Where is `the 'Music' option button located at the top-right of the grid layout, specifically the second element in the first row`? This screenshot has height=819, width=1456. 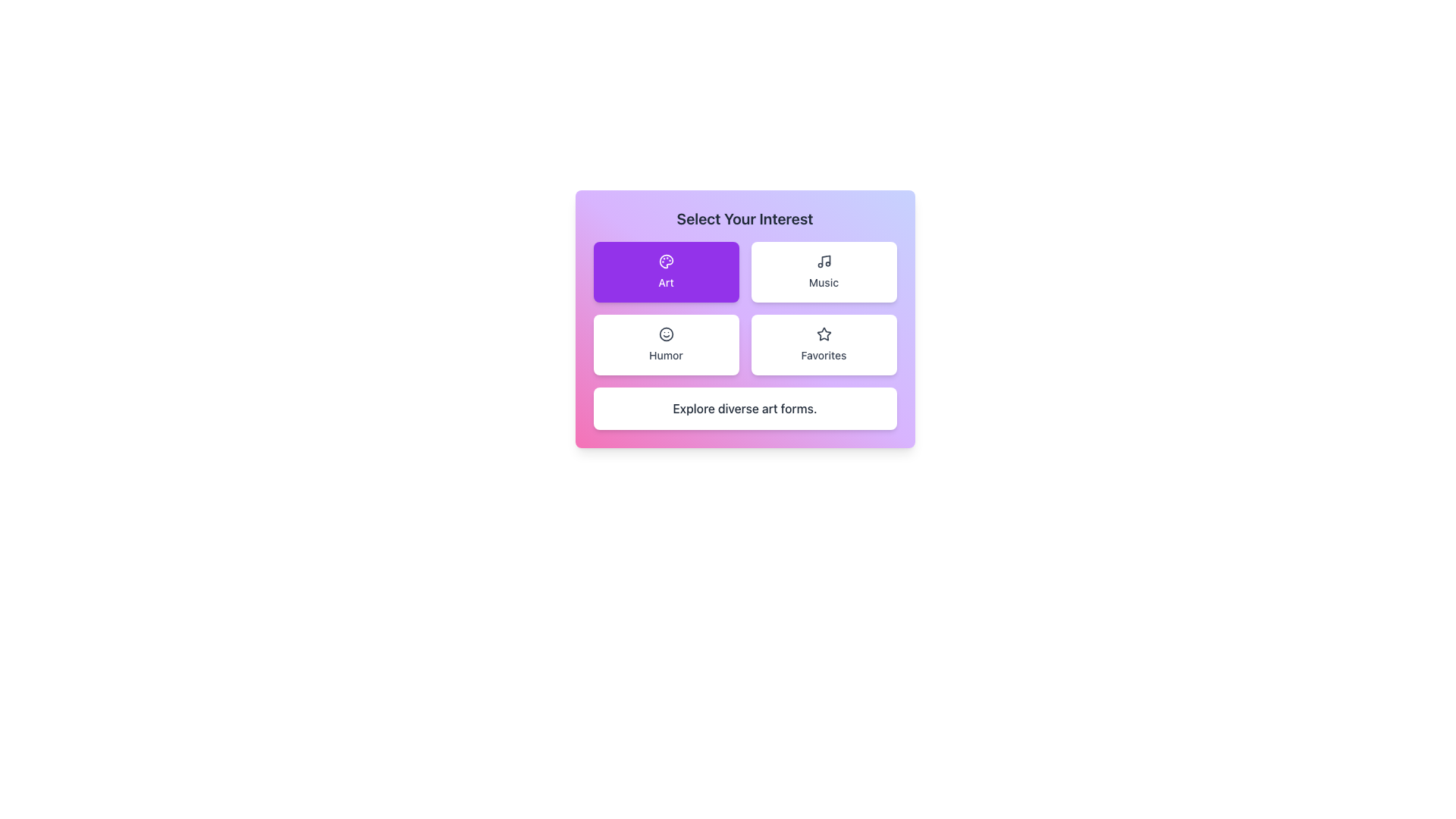 the 'Music' option button located at the top-right of the grid layout, specifically the second element in the first row is located at coordinates (823, 271).